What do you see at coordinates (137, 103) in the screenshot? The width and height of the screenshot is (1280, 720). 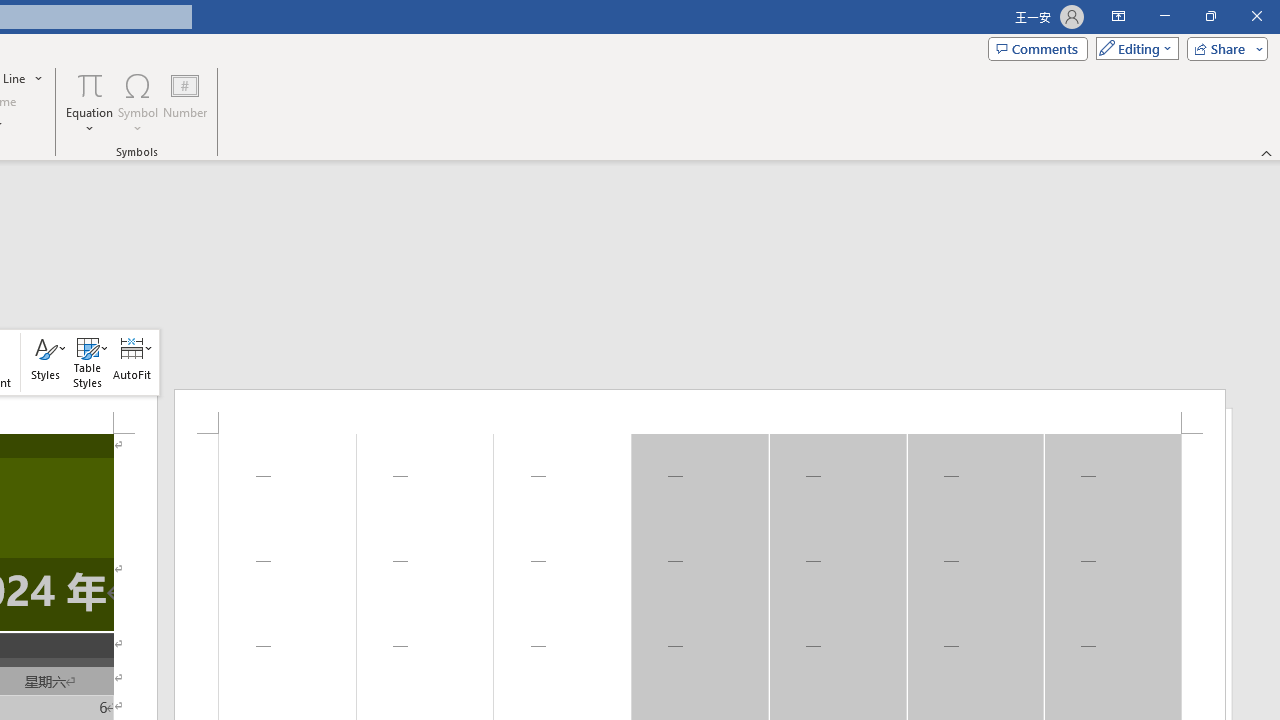 I see `'Symbol'` at bounding box center [137, 103].